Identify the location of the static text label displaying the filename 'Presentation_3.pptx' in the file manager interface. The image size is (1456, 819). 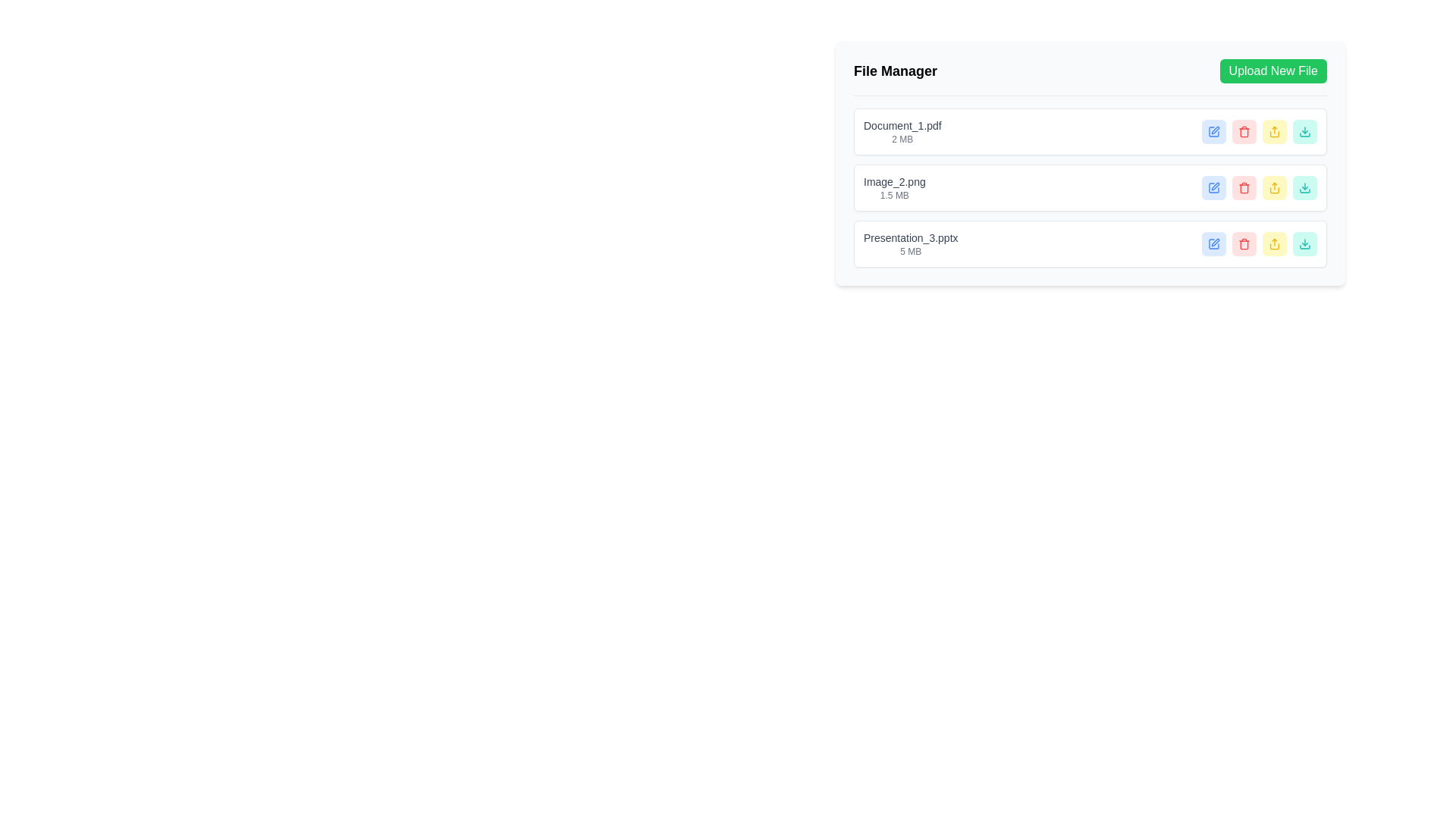
(910, 237).